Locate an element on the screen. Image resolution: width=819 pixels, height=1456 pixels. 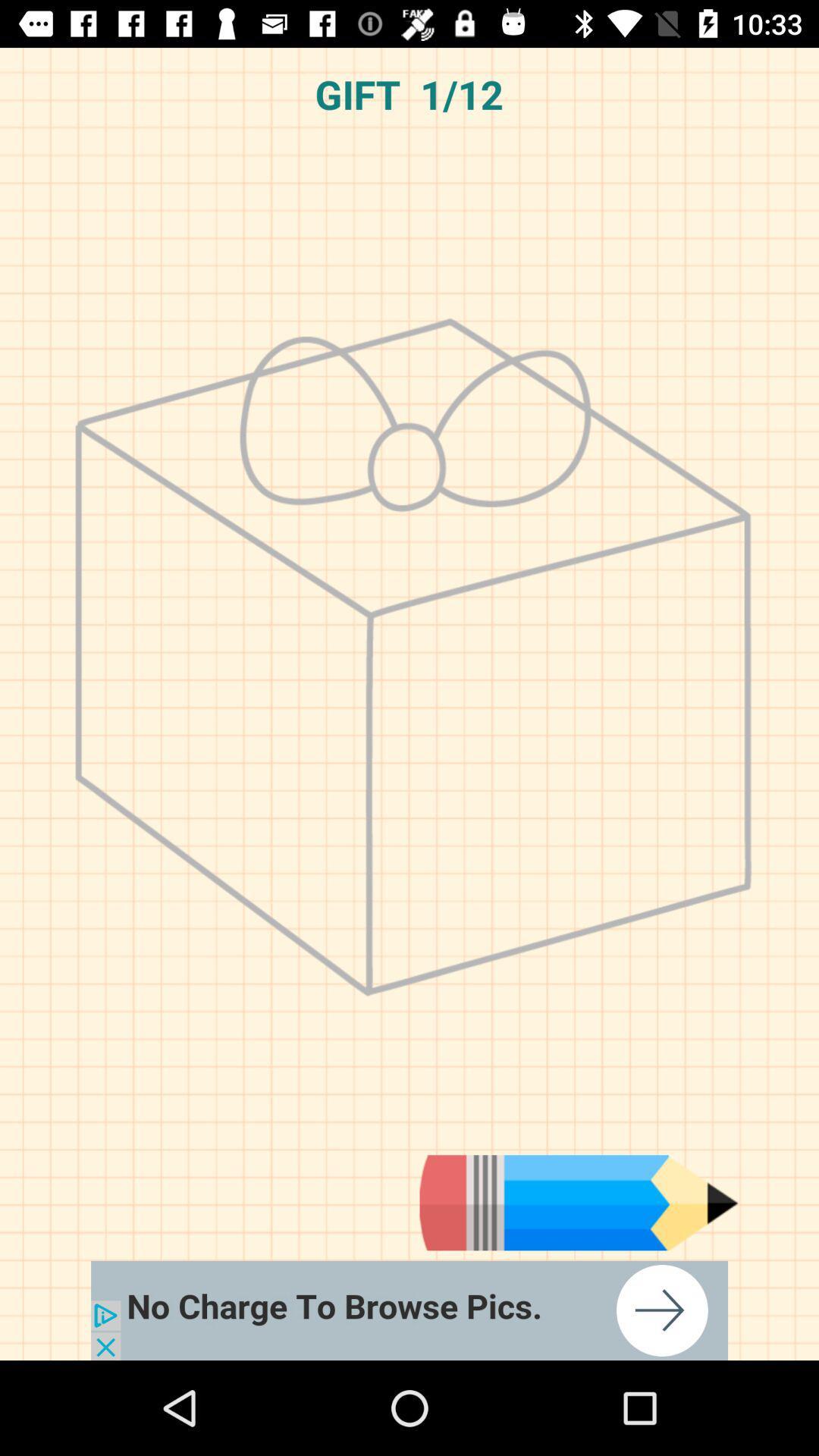
advertisement is located at coordinates (579, 1202).